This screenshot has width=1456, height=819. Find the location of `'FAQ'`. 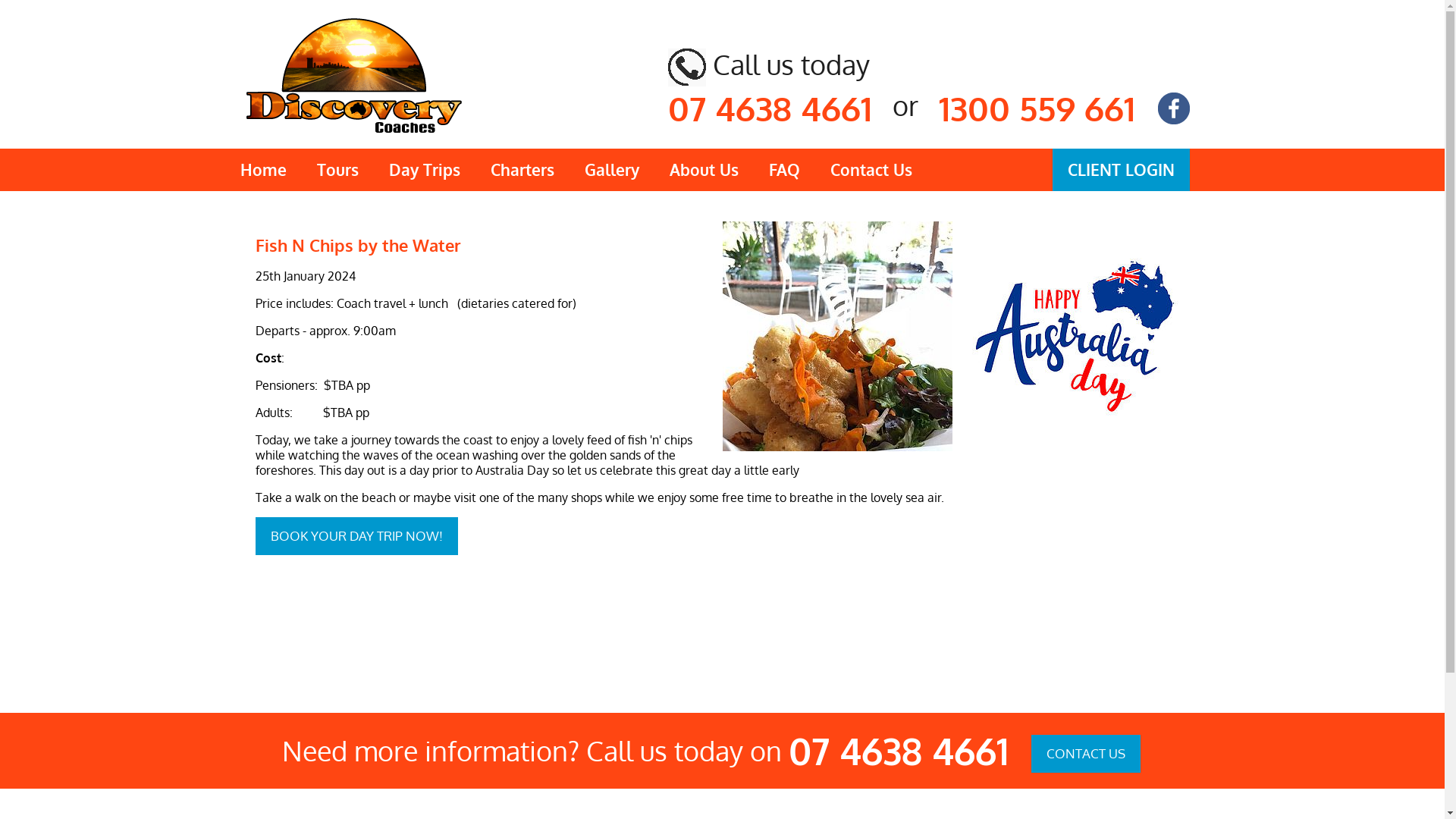

'FAQ' is located at coordinates (784, 169).